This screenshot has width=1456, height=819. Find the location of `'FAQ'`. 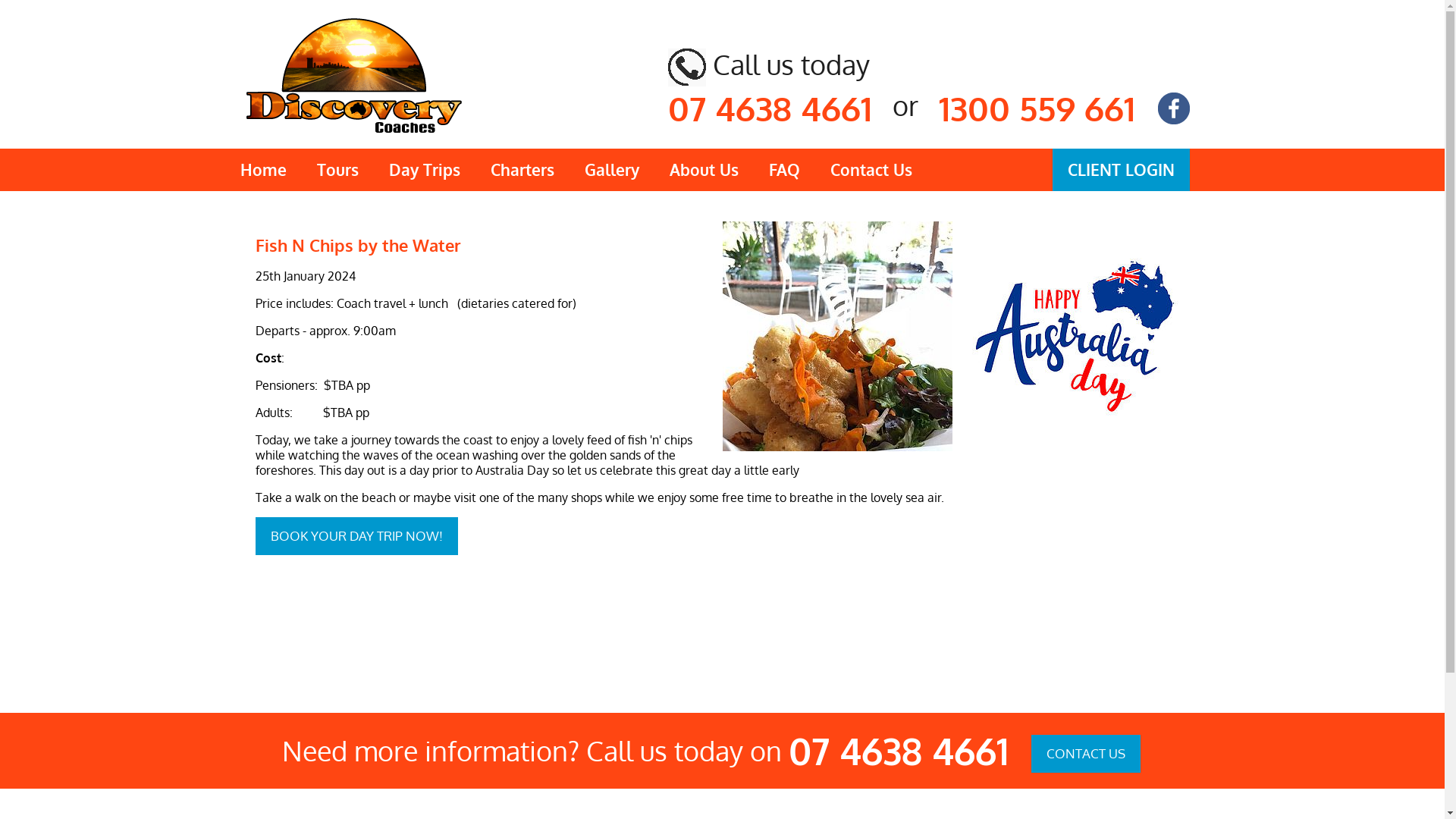

'FAQ' is located at coordinates (784, 169).